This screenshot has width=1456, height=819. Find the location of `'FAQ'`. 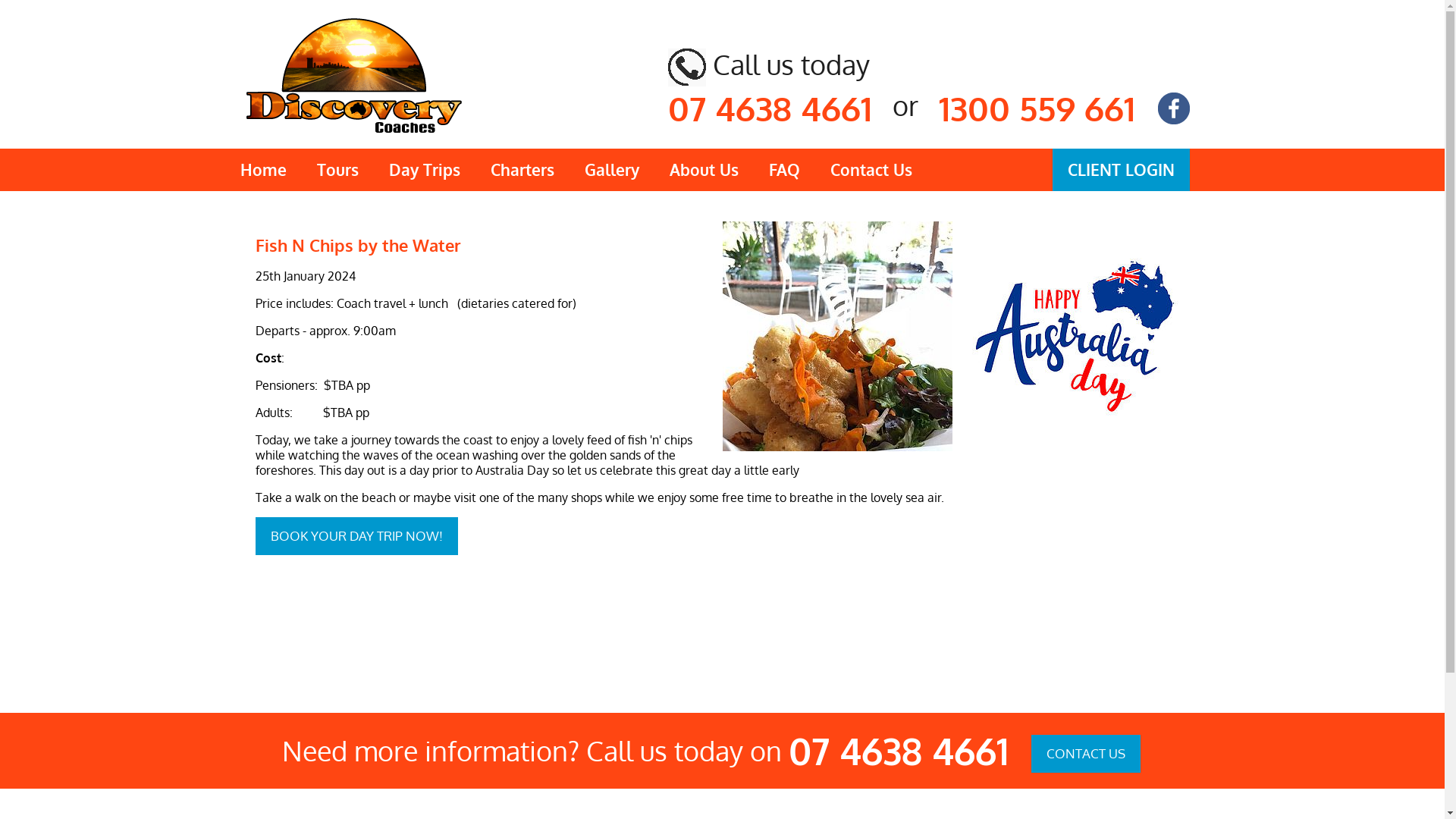

'FAQ' is located at coordinates (784, 169).